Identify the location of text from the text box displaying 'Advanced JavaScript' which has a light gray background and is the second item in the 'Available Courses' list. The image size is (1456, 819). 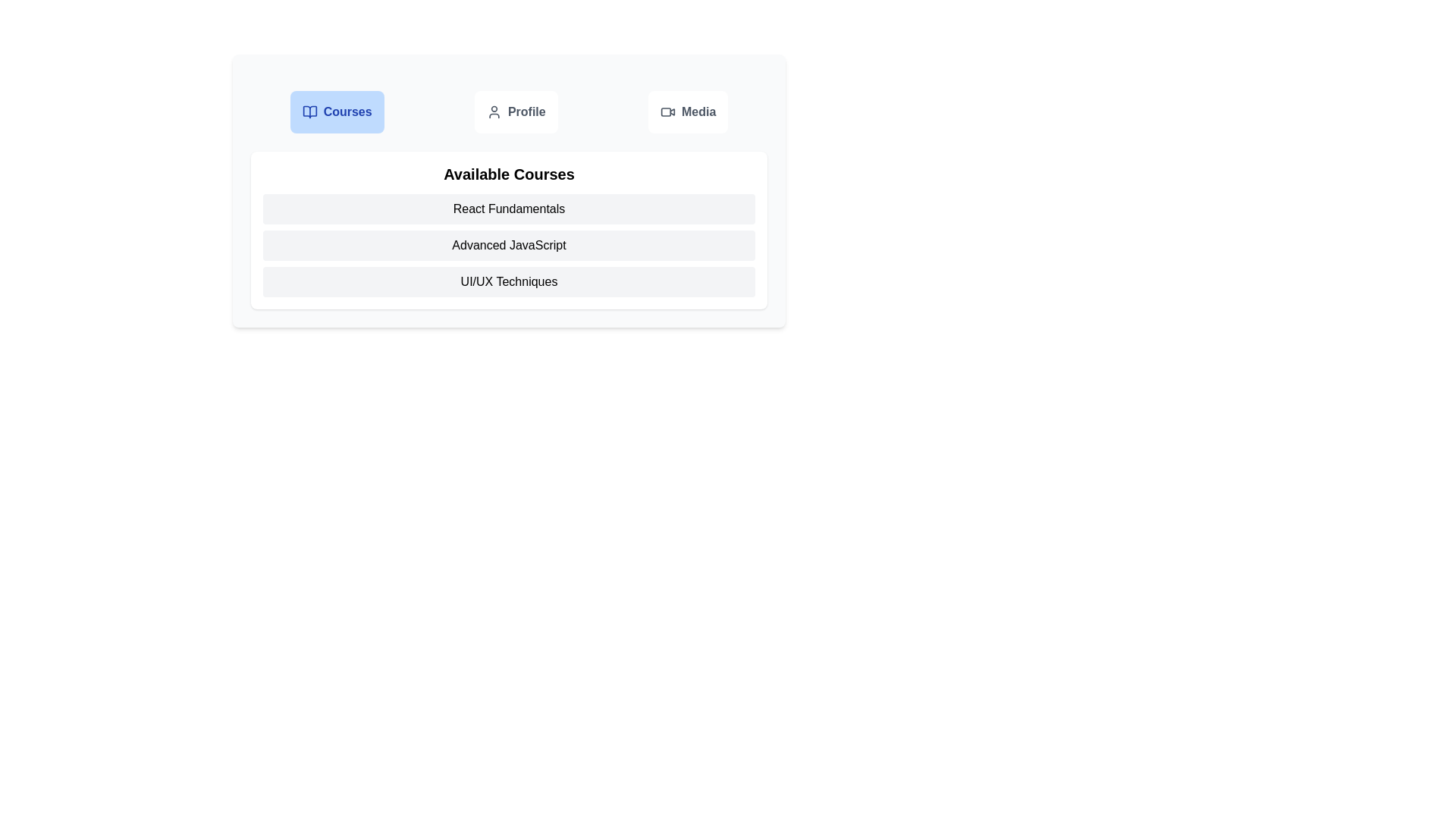
(509, 245).